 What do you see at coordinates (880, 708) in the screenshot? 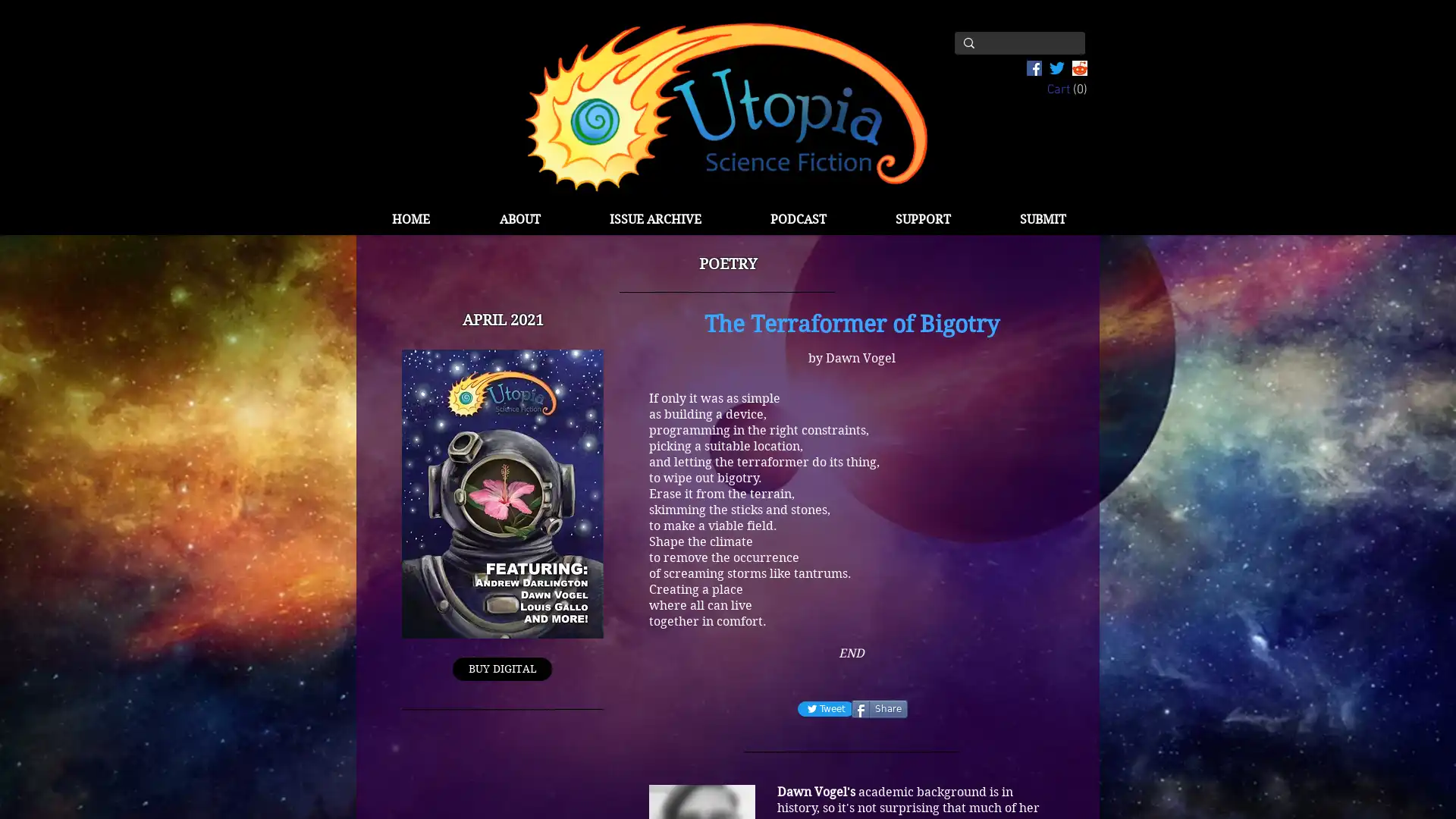
I see `Share` at bounding box center [880, 708].